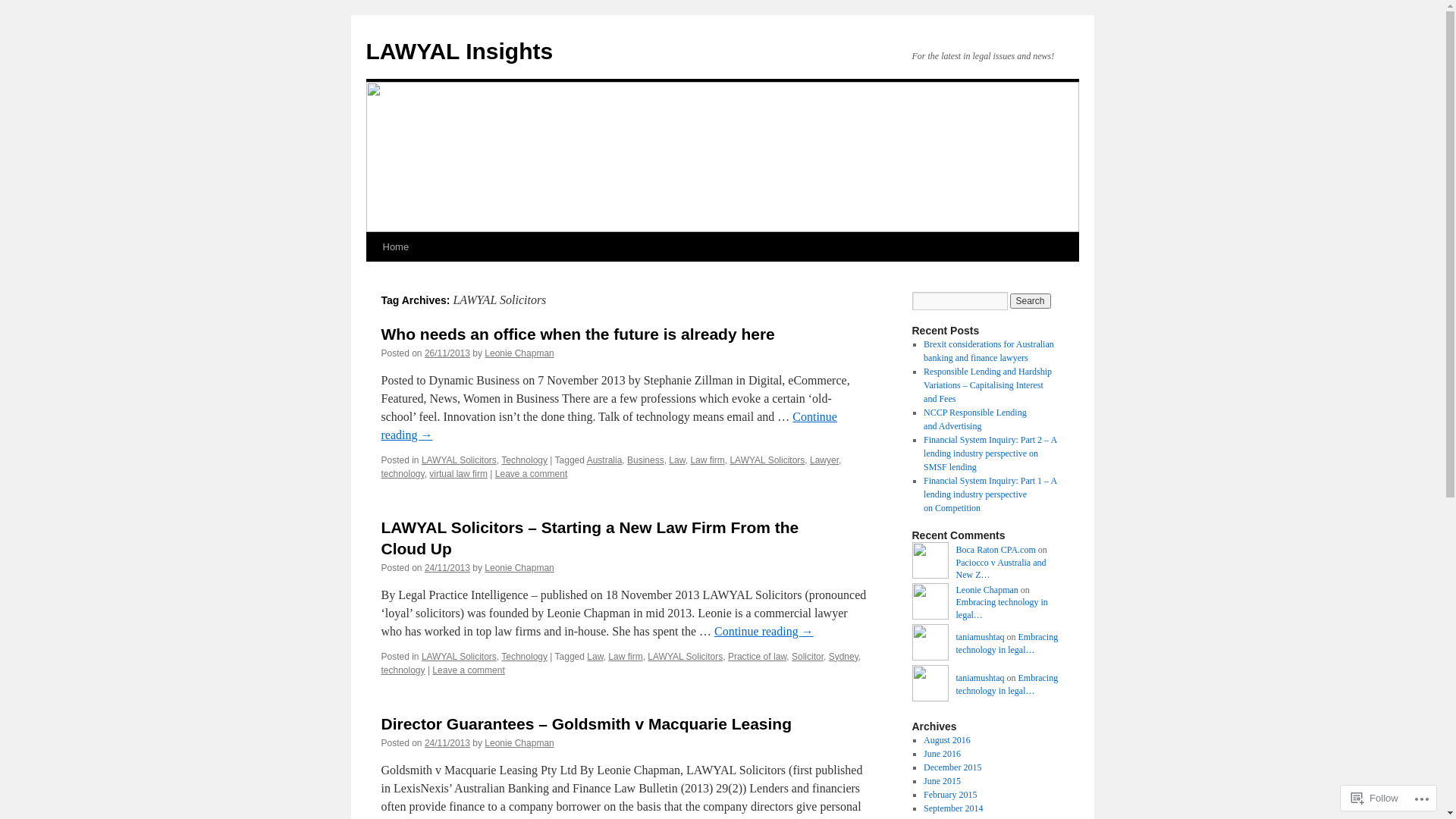 Image resolution: width=1456 pixels, height=819 pixels. I want to click on '26/11/2013', so click(425, 353).